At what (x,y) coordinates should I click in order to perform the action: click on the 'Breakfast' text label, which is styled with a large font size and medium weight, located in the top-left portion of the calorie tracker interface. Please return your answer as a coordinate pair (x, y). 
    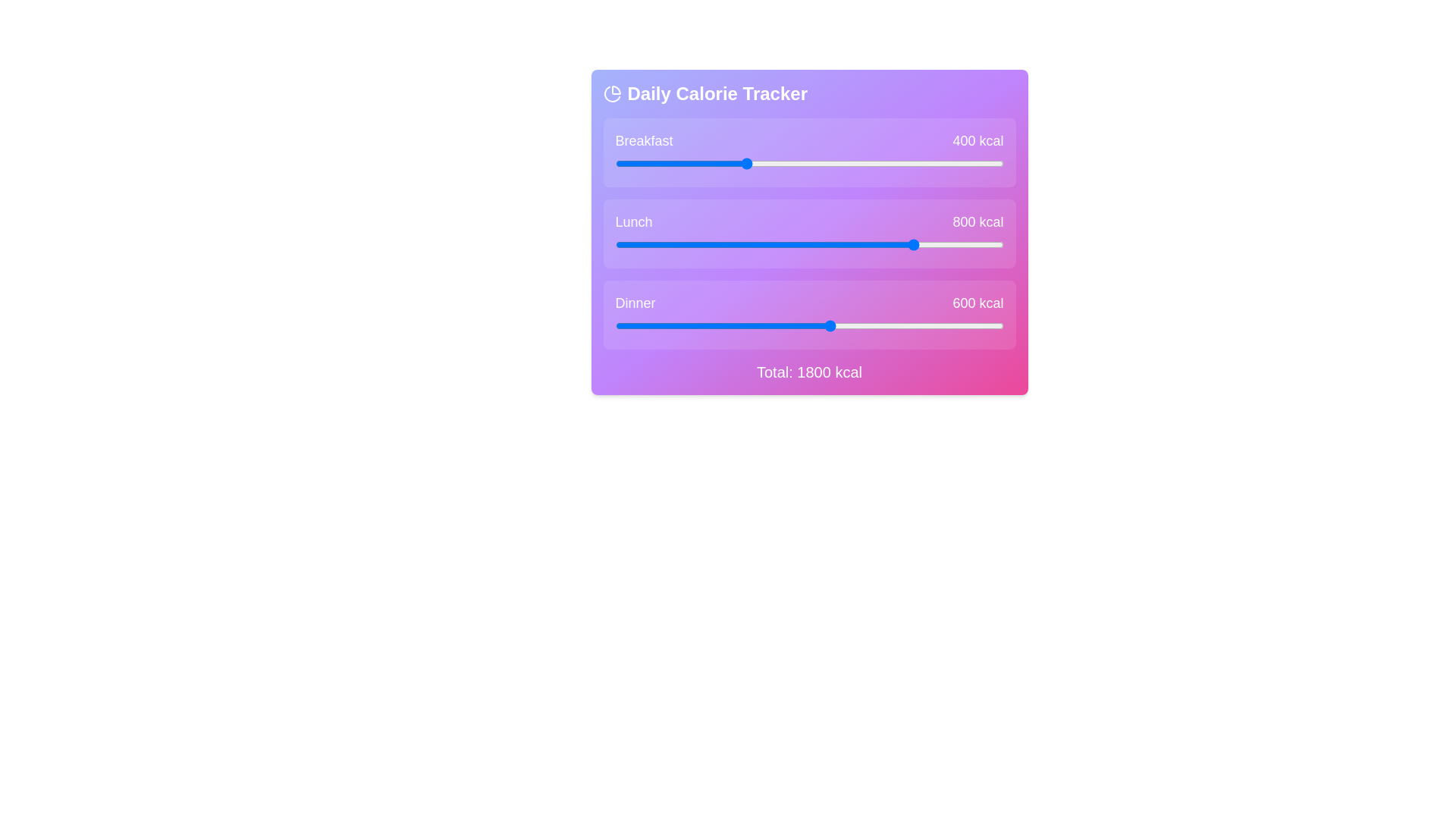
    Looking at the image, I should click on (644, 140).